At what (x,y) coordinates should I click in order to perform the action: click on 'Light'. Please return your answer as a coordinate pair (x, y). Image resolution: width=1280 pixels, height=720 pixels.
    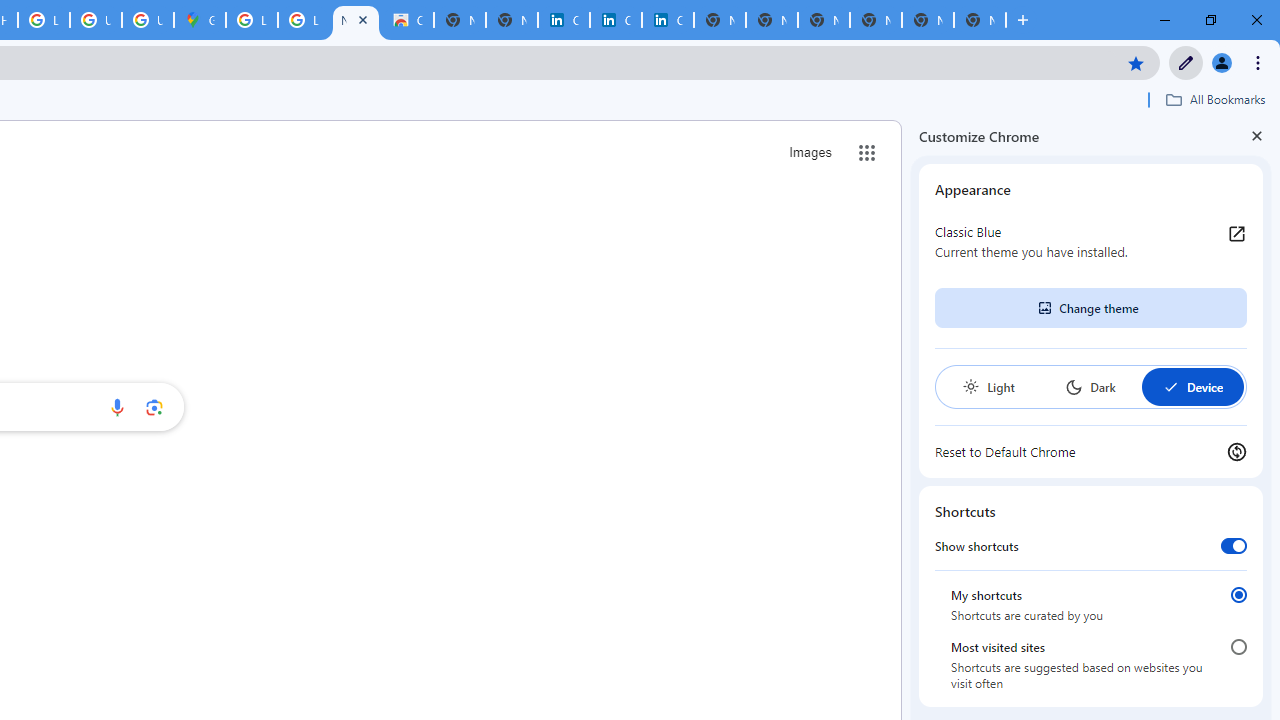
    Looking at the image, I should click on (988, 387).